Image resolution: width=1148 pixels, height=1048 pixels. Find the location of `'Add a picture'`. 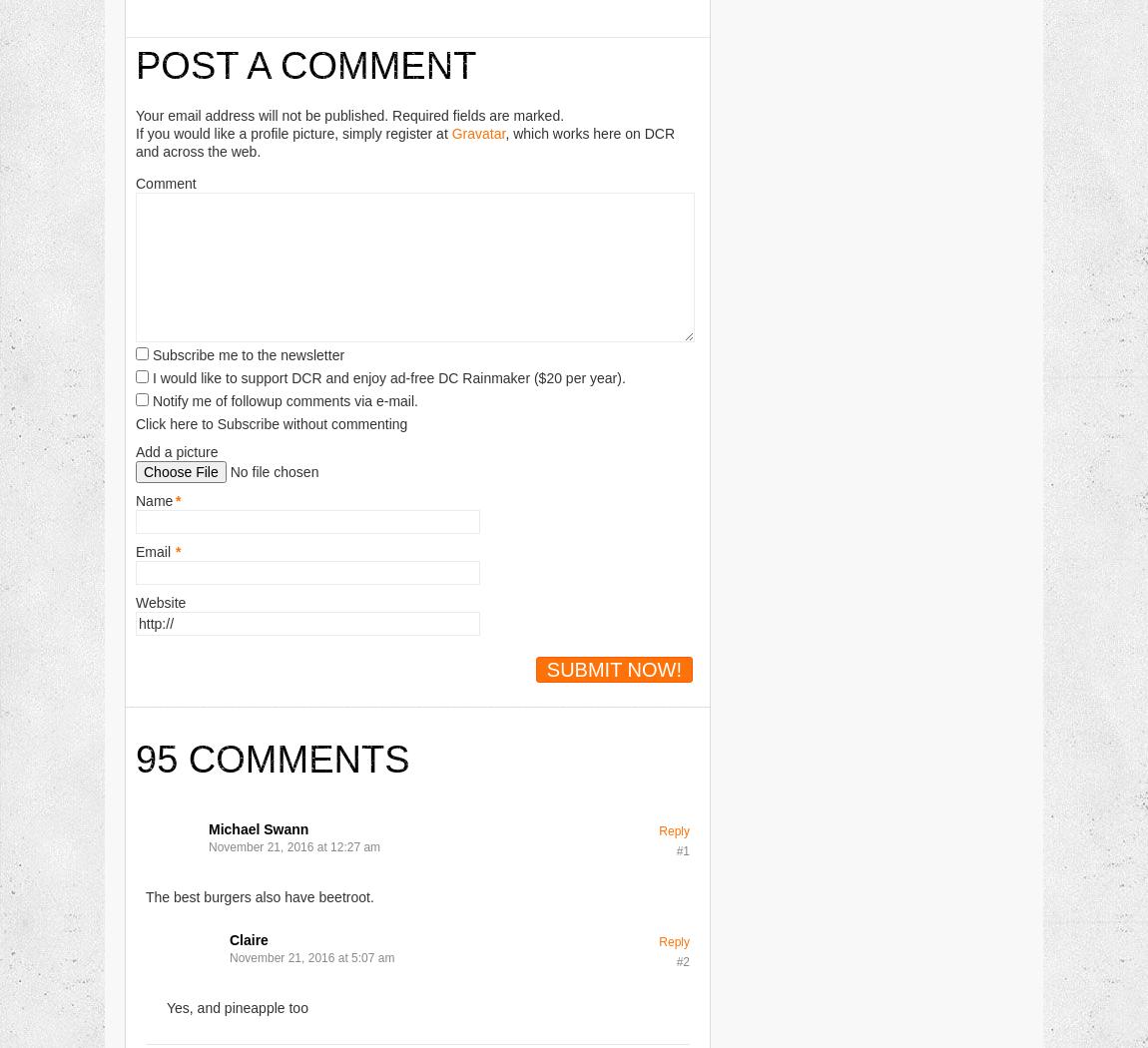

'Add a picture' is located at coordinates (175, 451).